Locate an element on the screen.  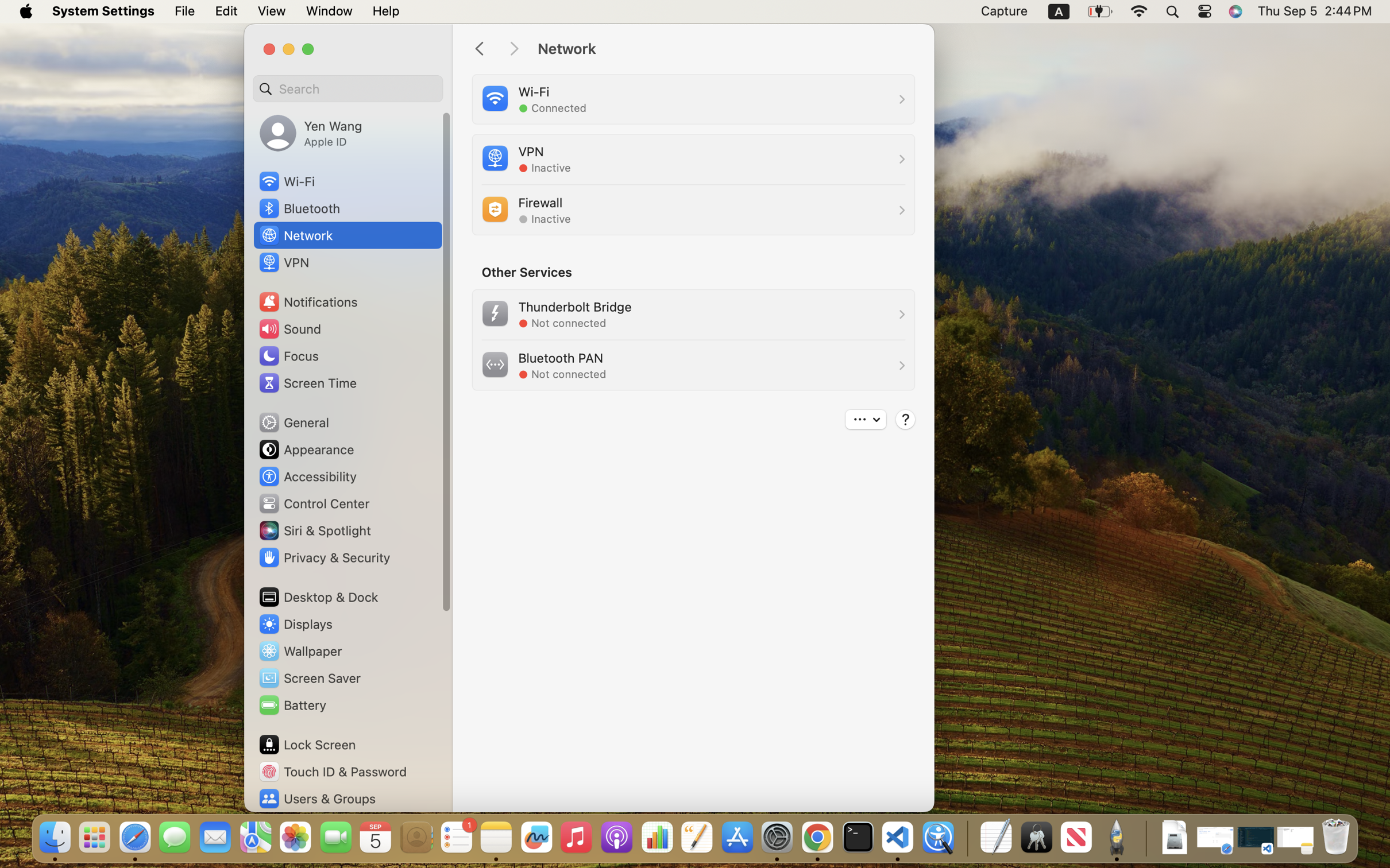
'Lock Screen' is located at coordinates (307, 744).